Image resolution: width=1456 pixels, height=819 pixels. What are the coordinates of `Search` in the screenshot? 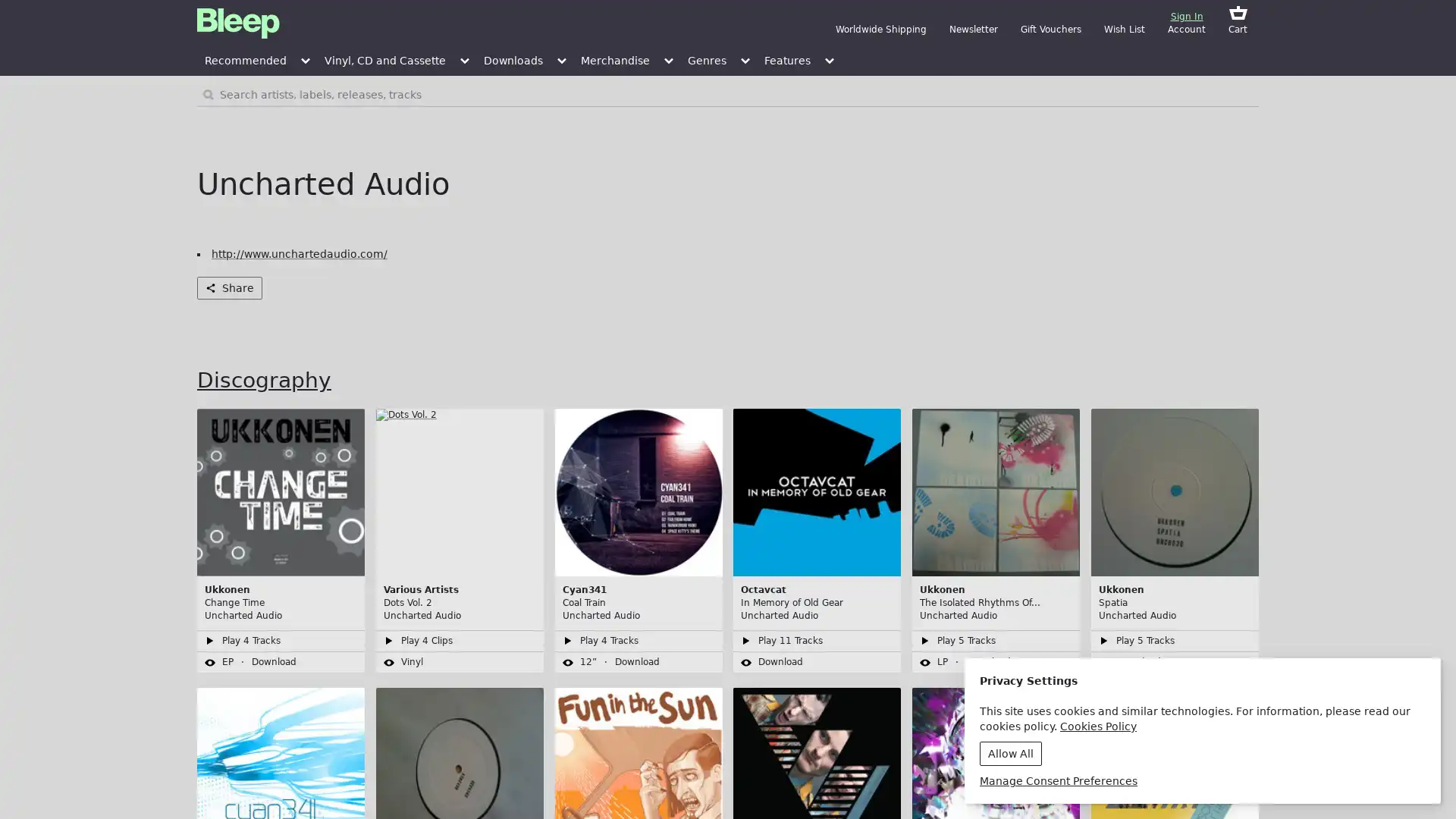 It's located at (1174, 94).